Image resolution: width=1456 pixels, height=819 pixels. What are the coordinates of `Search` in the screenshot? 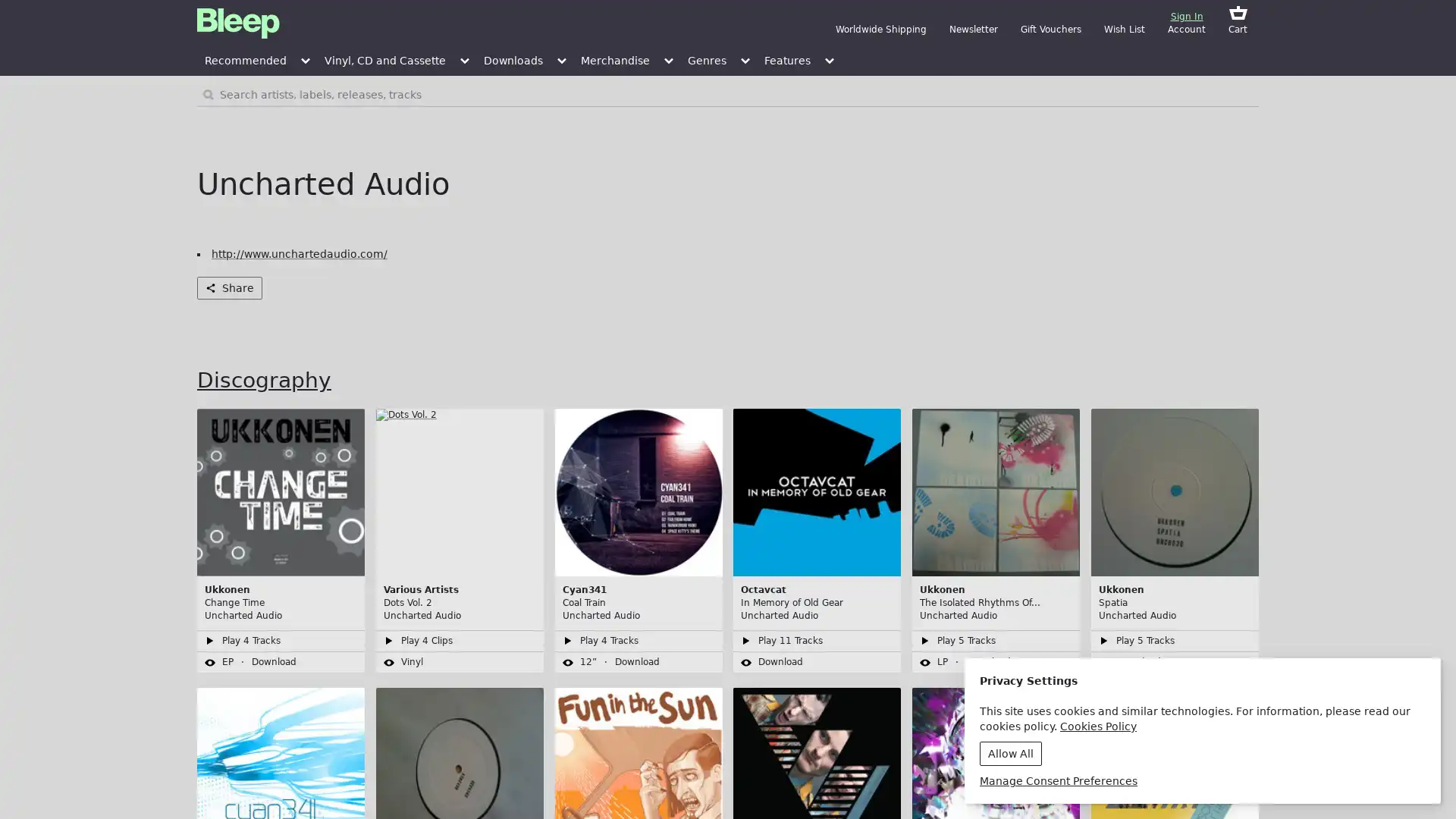 It's located at (1174, 94).